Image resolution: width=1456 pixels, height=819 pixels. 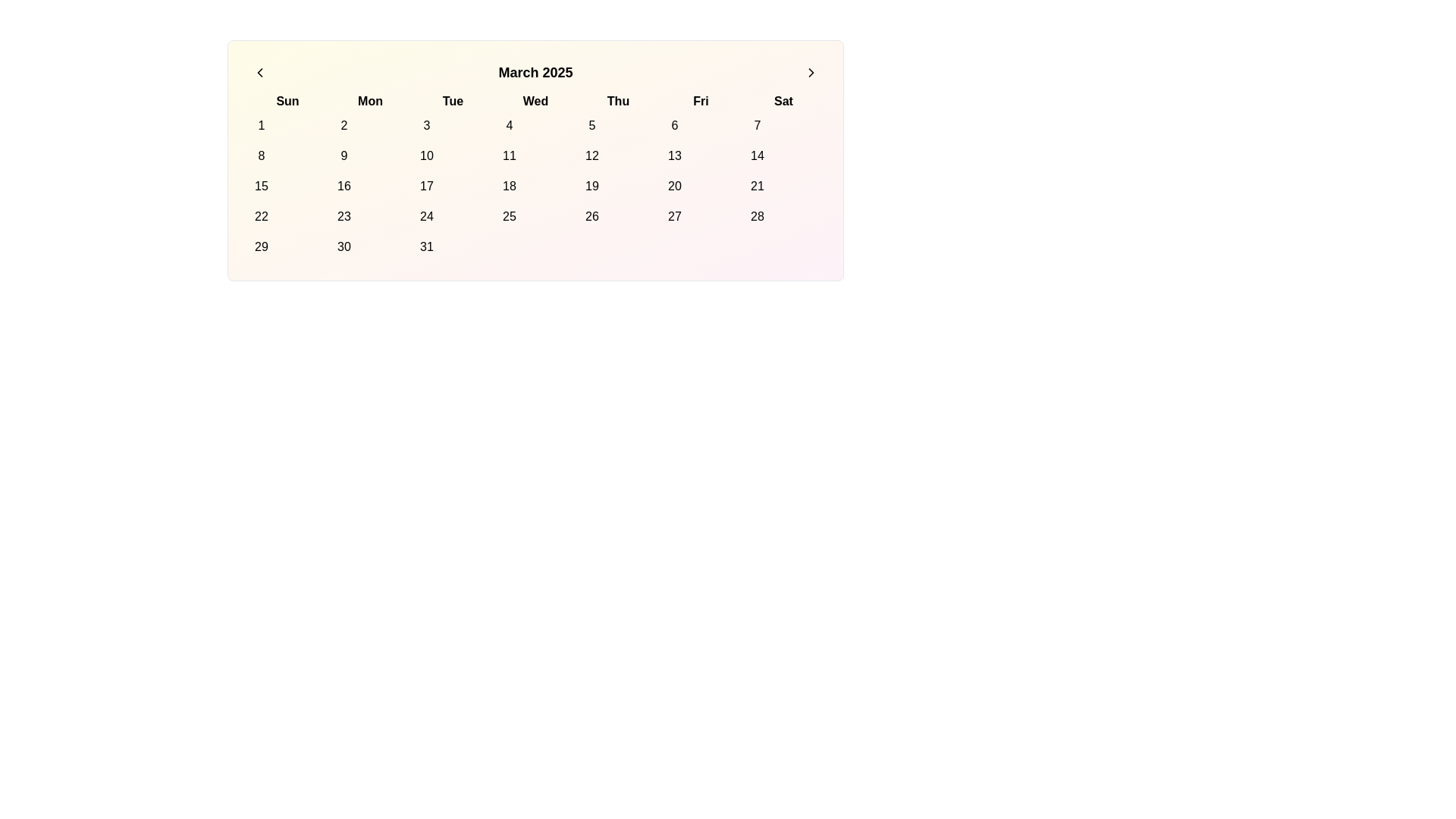 What do you see at coordinates (510, 186) in the screenshot?
I see `the circular button labeled '18' in the calendar grid located in the fourth column and third row under 'Wed'` at bounding box center [510, 186].